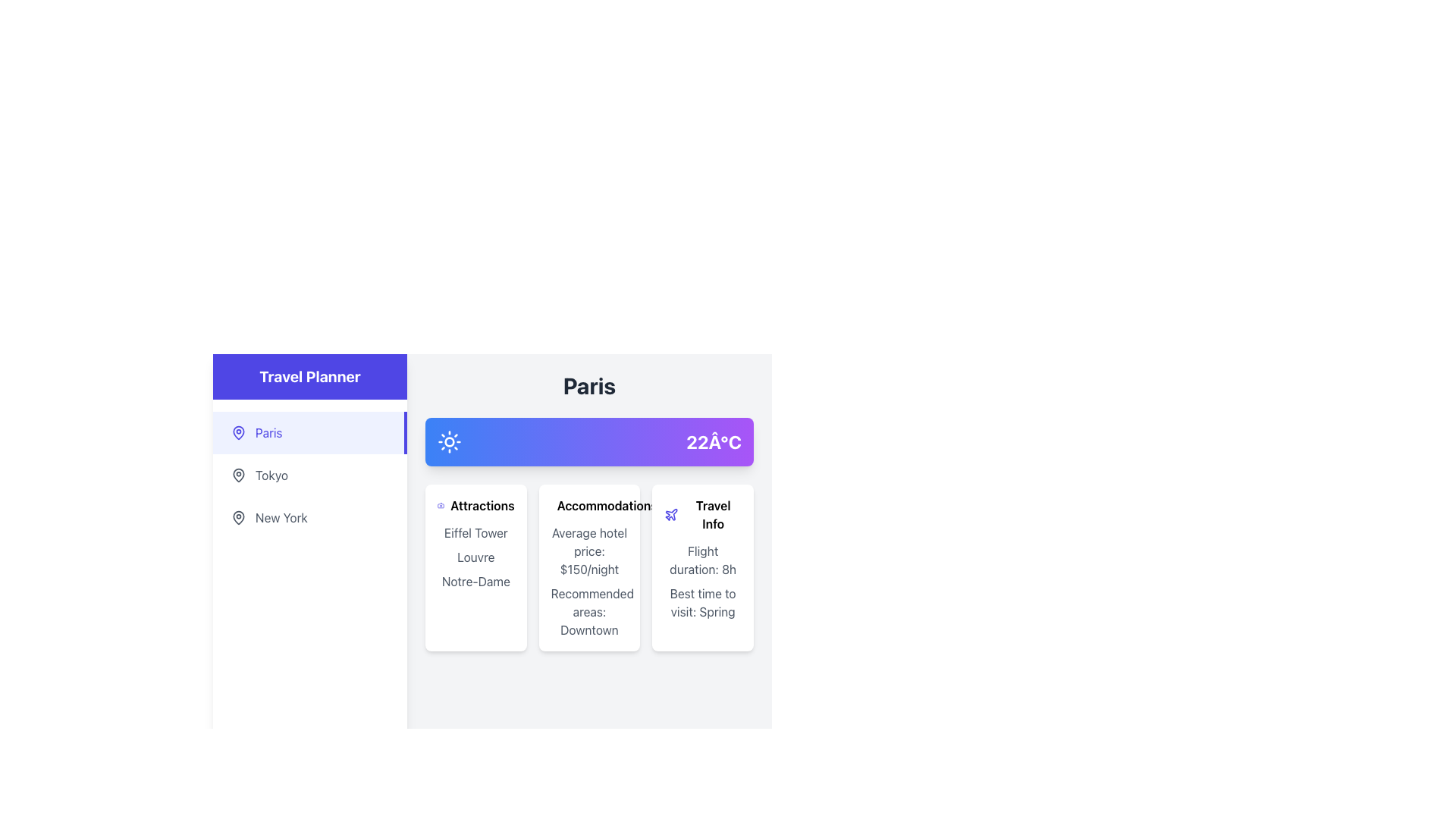  I want to click on the 'Tokyo' text label in the interactive list under the 'Travel Planner' section, so click(271, 475).